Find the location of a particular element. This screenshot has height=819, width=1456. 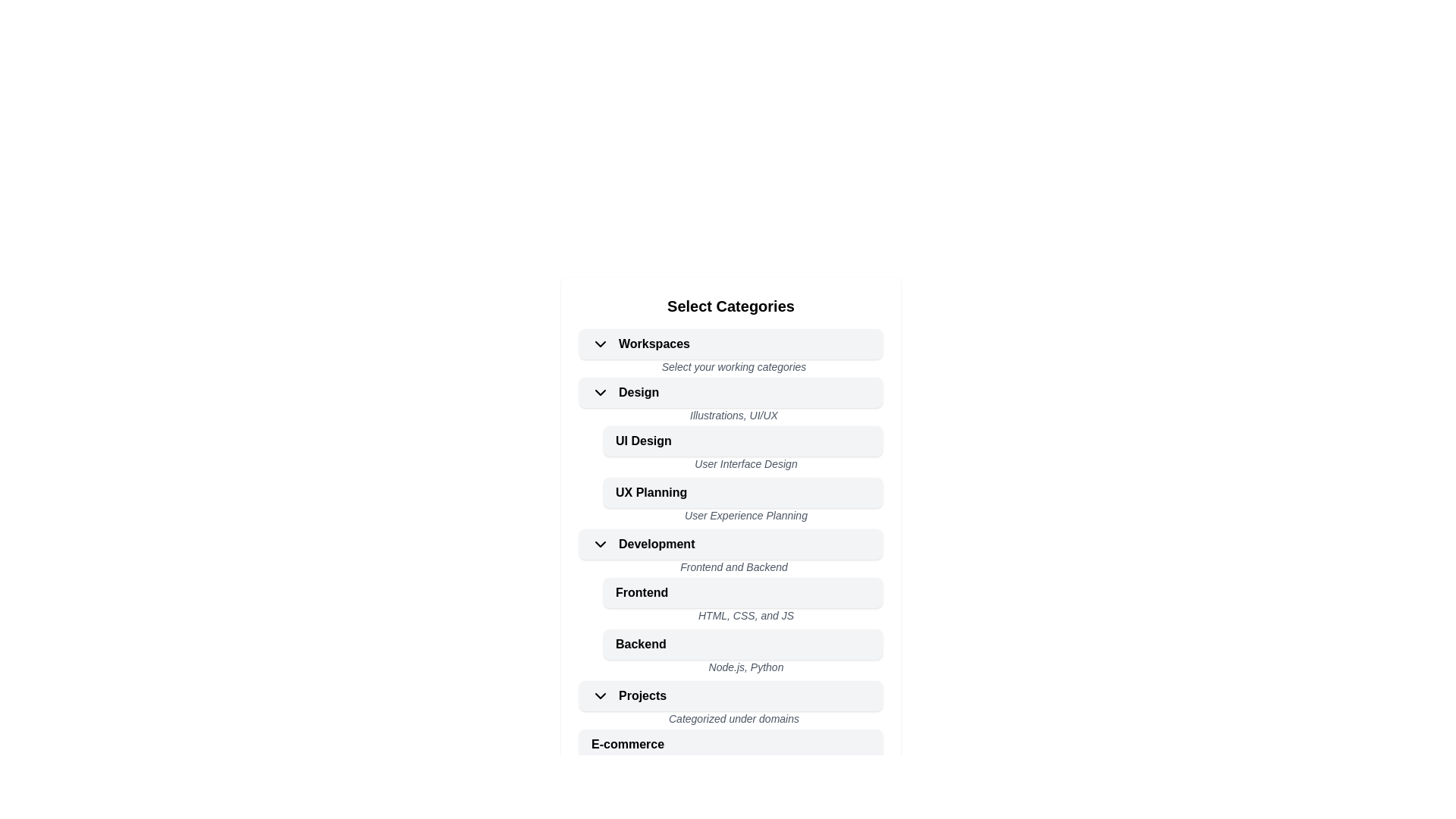

the 'E-commerce' button is located at coordinates (731, 744).